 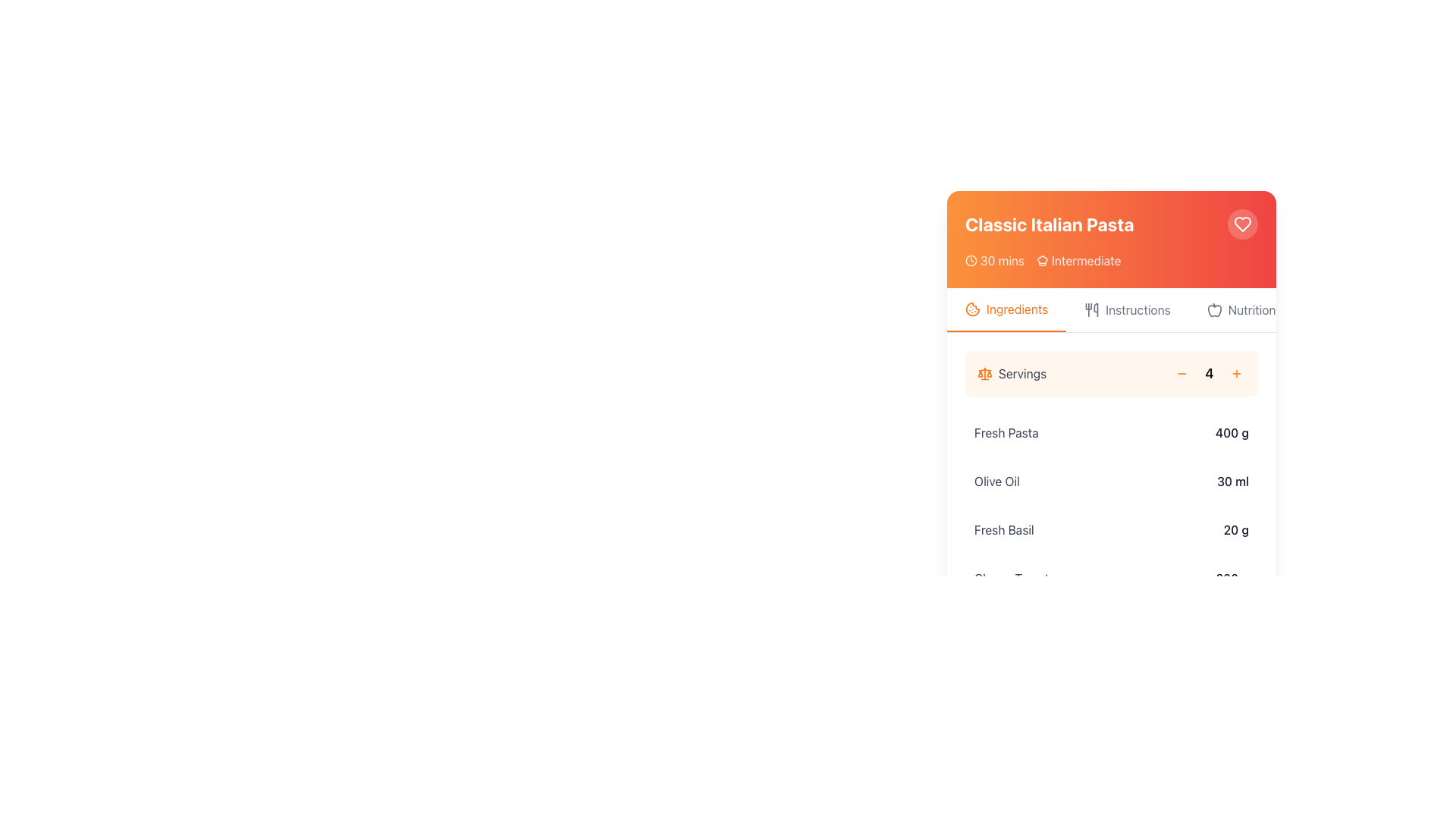 I want to click on the 'Ingredients' navigation tab button located at the top-left of the recipe section, so click(x=1006, y=309).